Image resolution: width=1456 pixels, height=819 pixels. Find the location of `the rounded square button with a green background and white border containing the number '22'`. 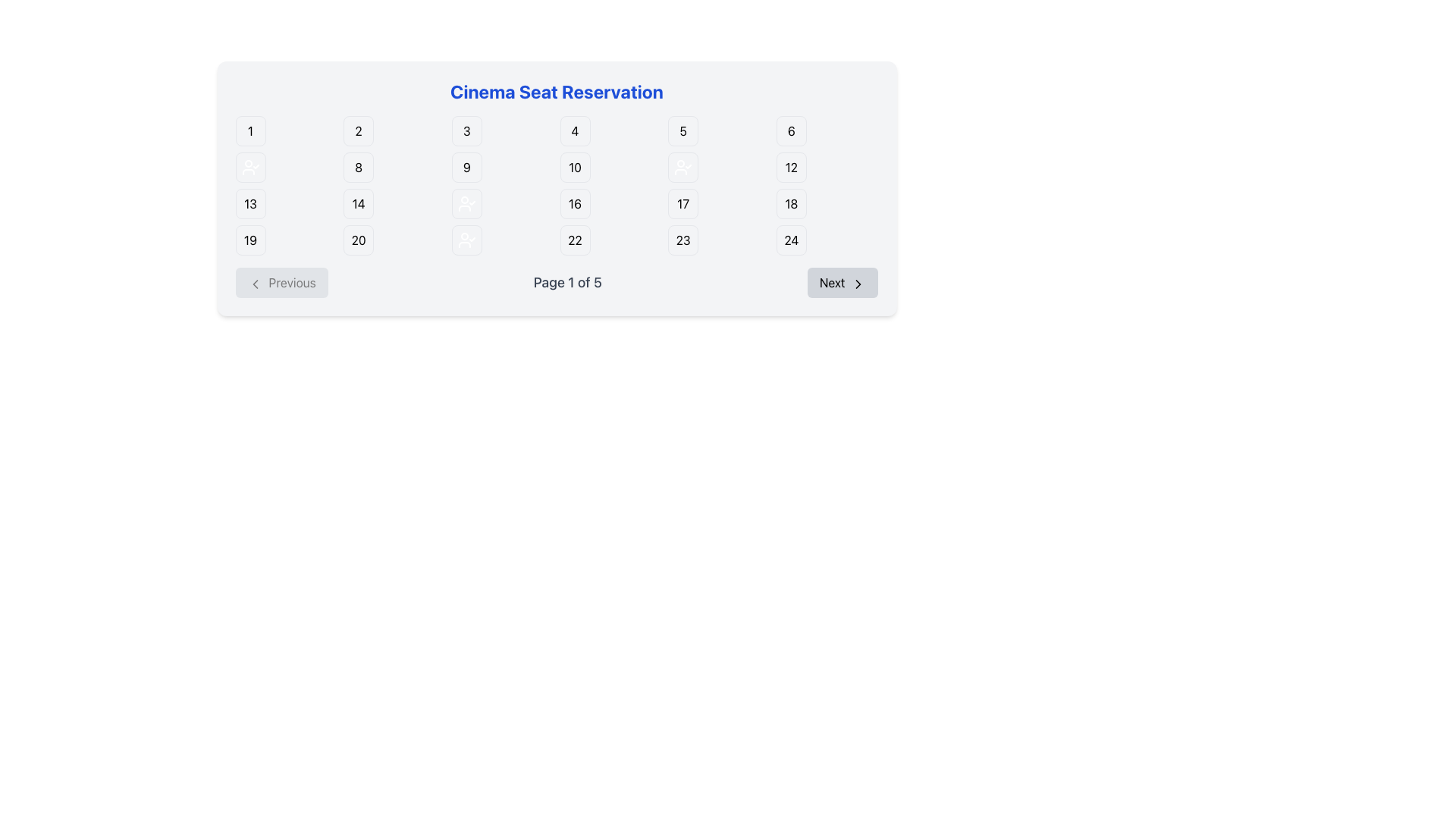

the rounded square button with a green background and white border containing the number '22' is located at coordinates (574, 239).